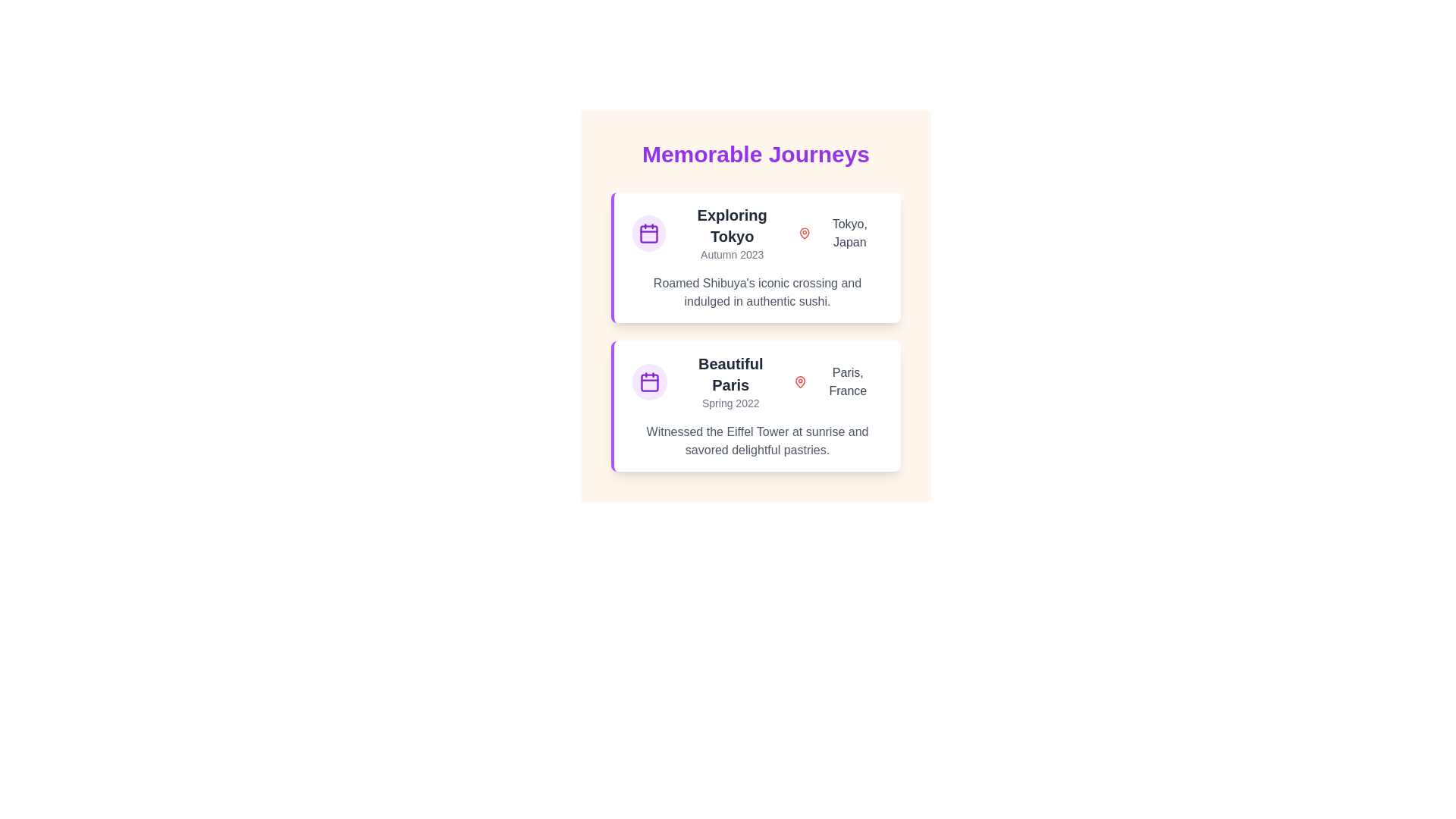 The height and width of the screenshot is (819, 1456). Describe the element at coordinates (839, 234) in the screenshot. I see `the label with a red map pin icon and the text 'Tokyo, Japan'` at that location.